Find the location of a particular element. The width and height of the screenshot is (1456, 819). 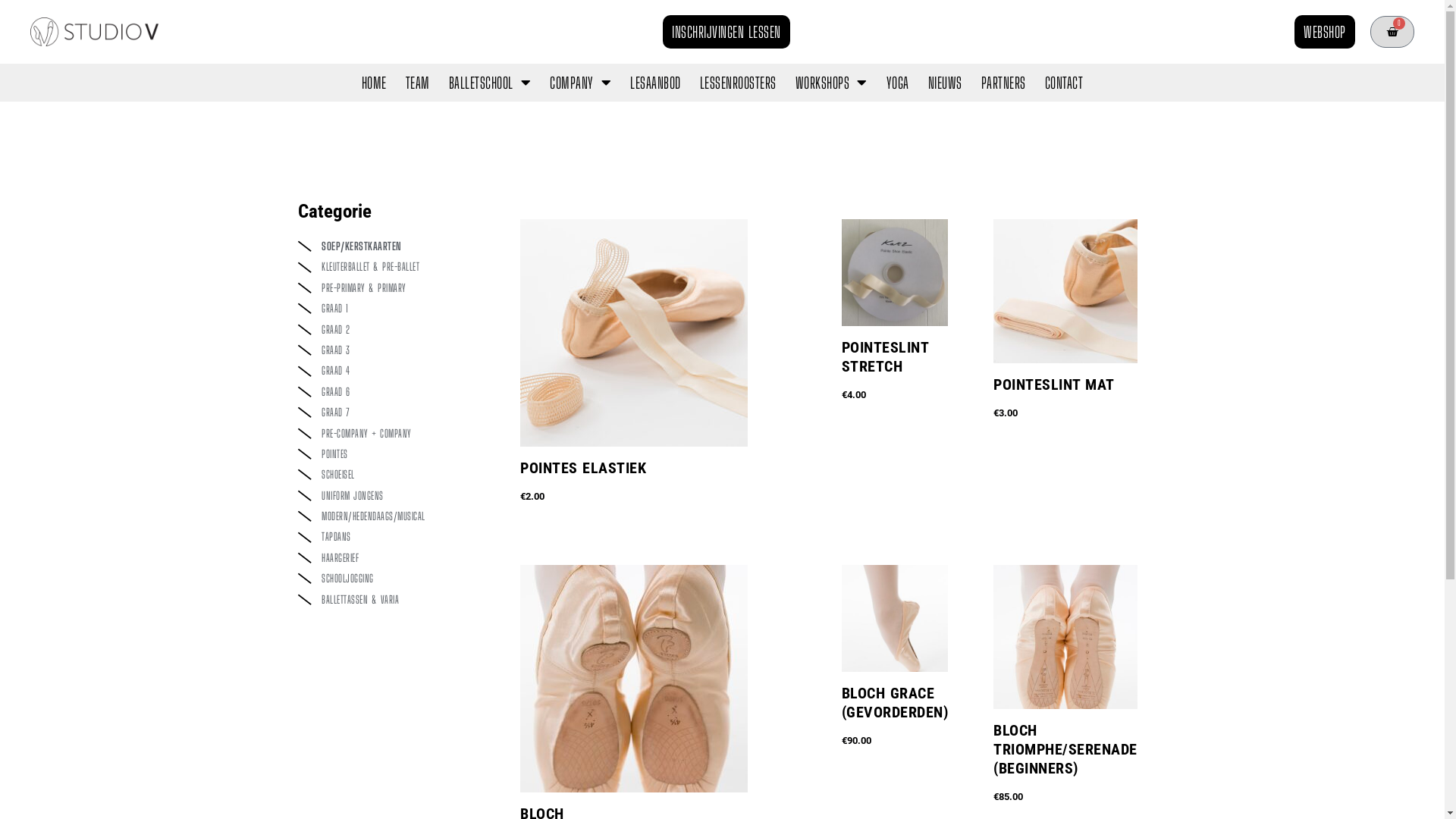

'KLEUTERBALLET & PRE-BALLET' is located at coordinates (393, 265).